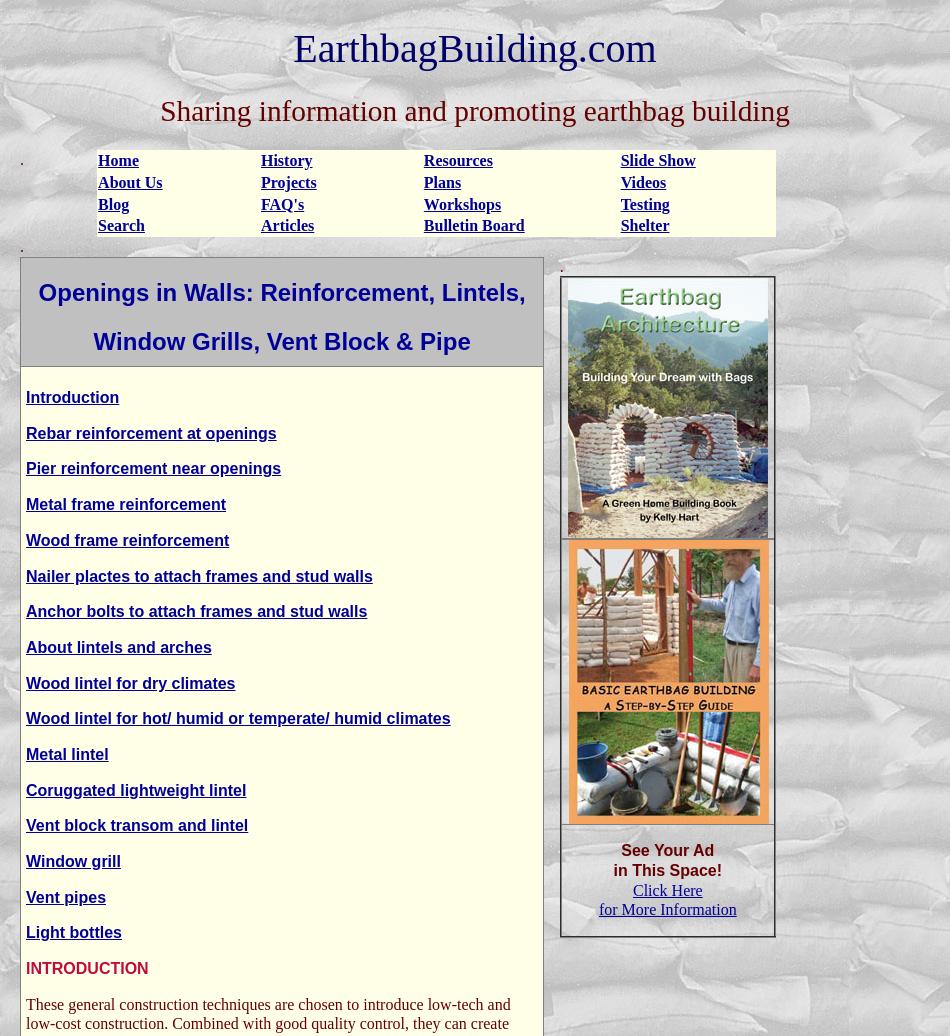 The width and height of the screenshot is (950, 1036). Describe the element at coordinates (26, 539) in the screenshot. I see `'Wood frame reinforcement'` at that location.